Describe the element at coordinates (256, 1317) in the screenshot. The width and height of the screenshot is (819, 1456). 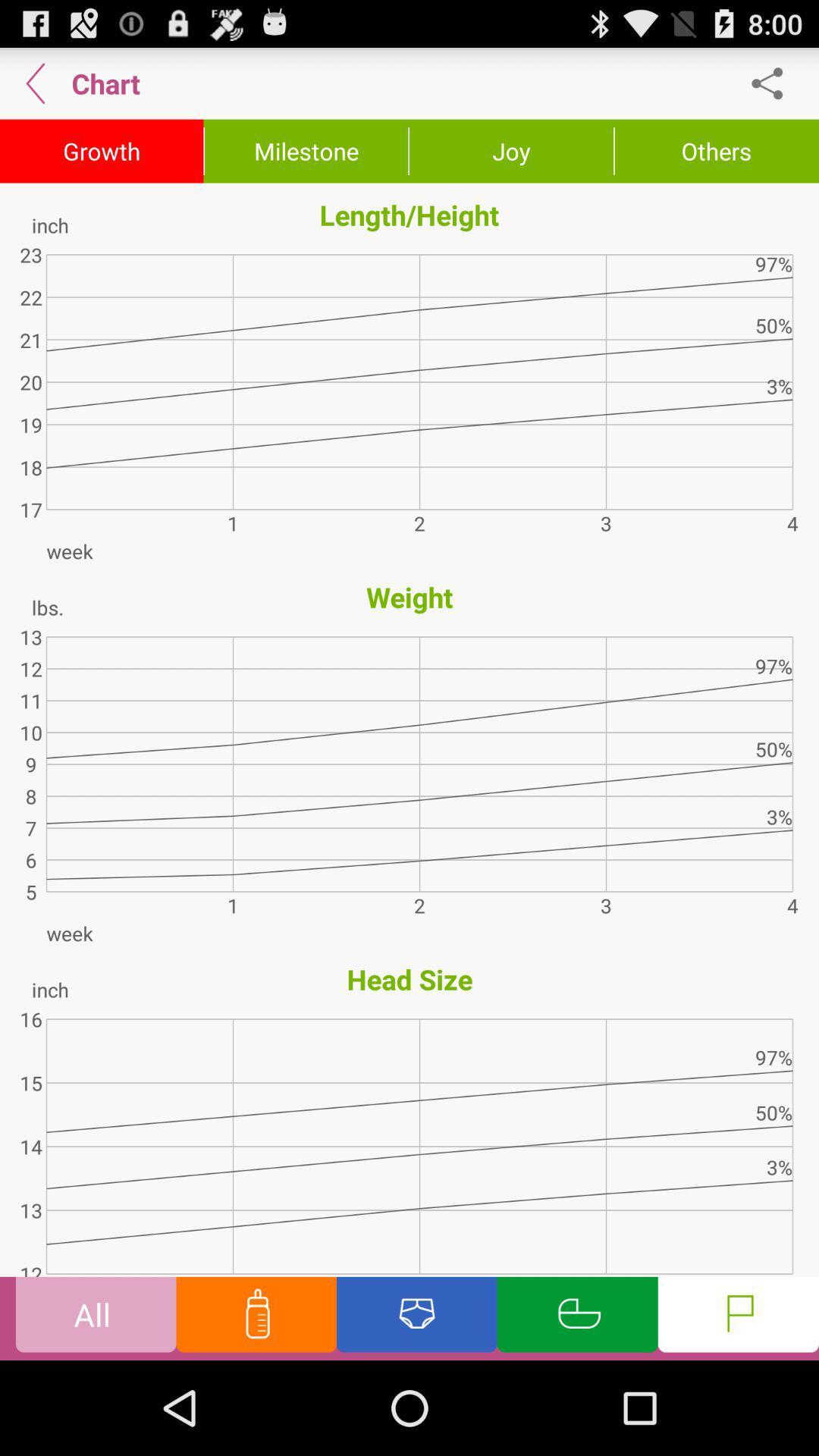
I see `food records` at that location.